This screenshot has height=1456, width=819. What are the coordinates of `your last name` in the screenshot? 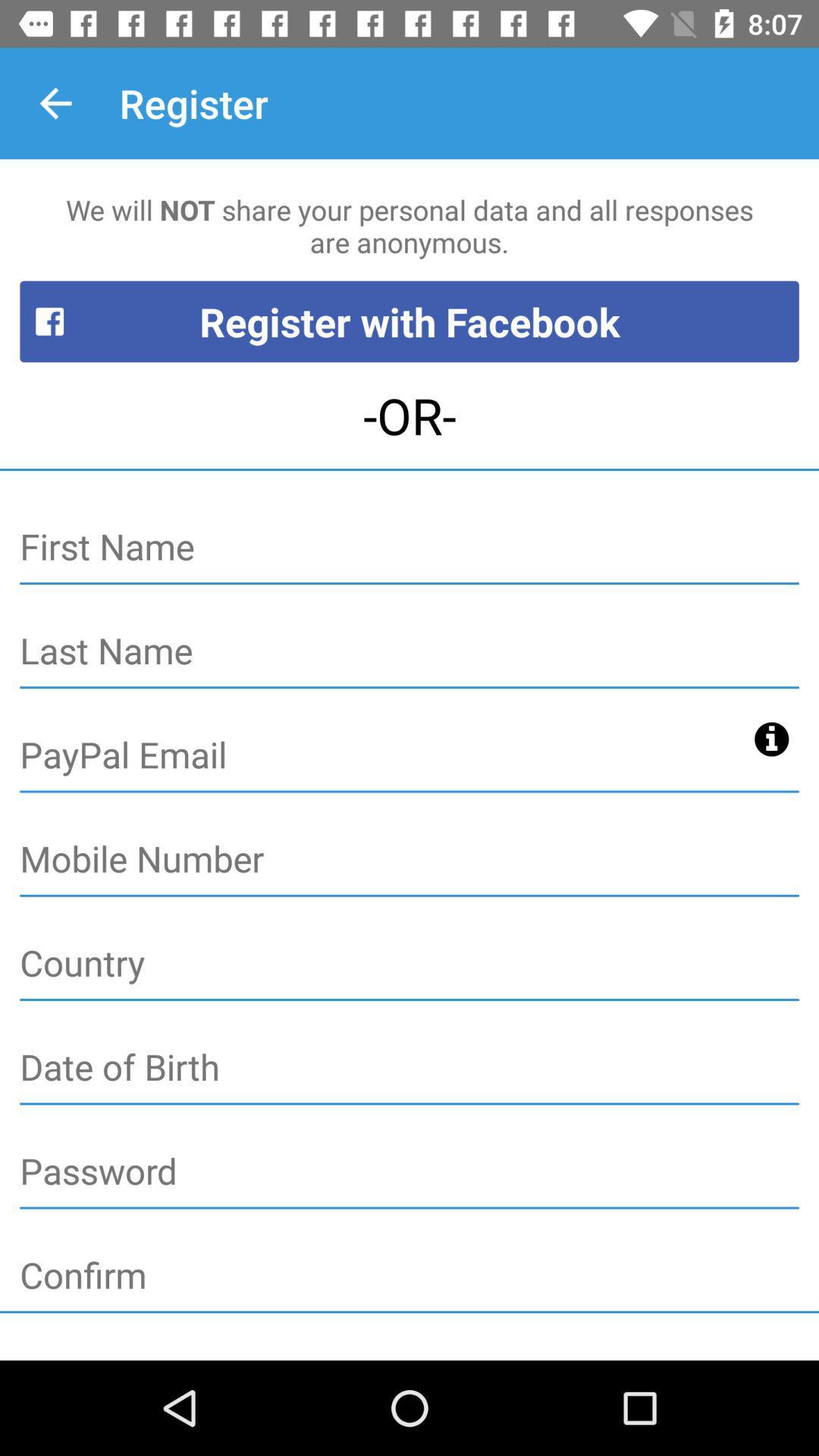 It's located at (409, 651).